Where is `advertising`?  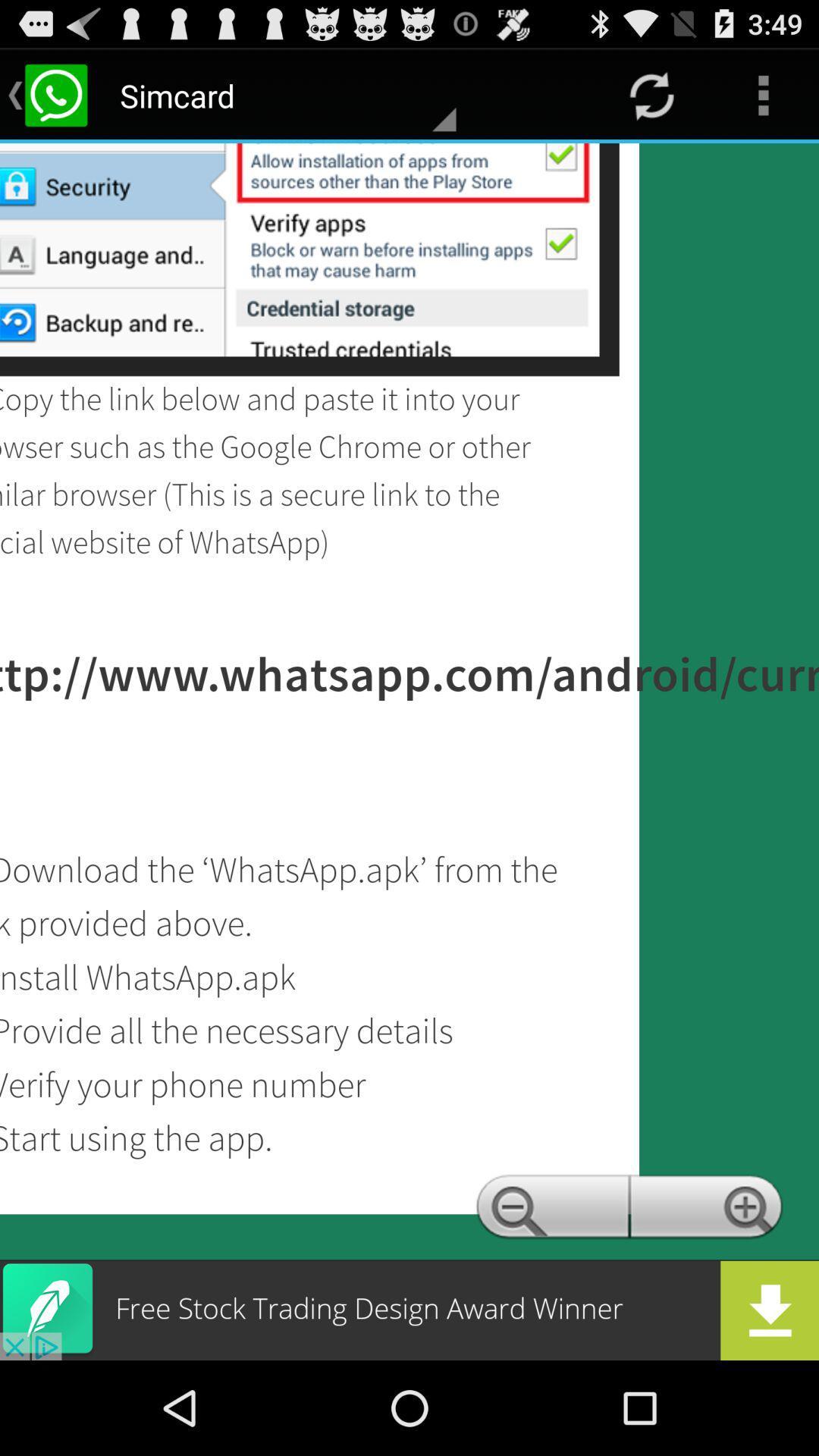
advertising is located at coordinates (409, 1310).